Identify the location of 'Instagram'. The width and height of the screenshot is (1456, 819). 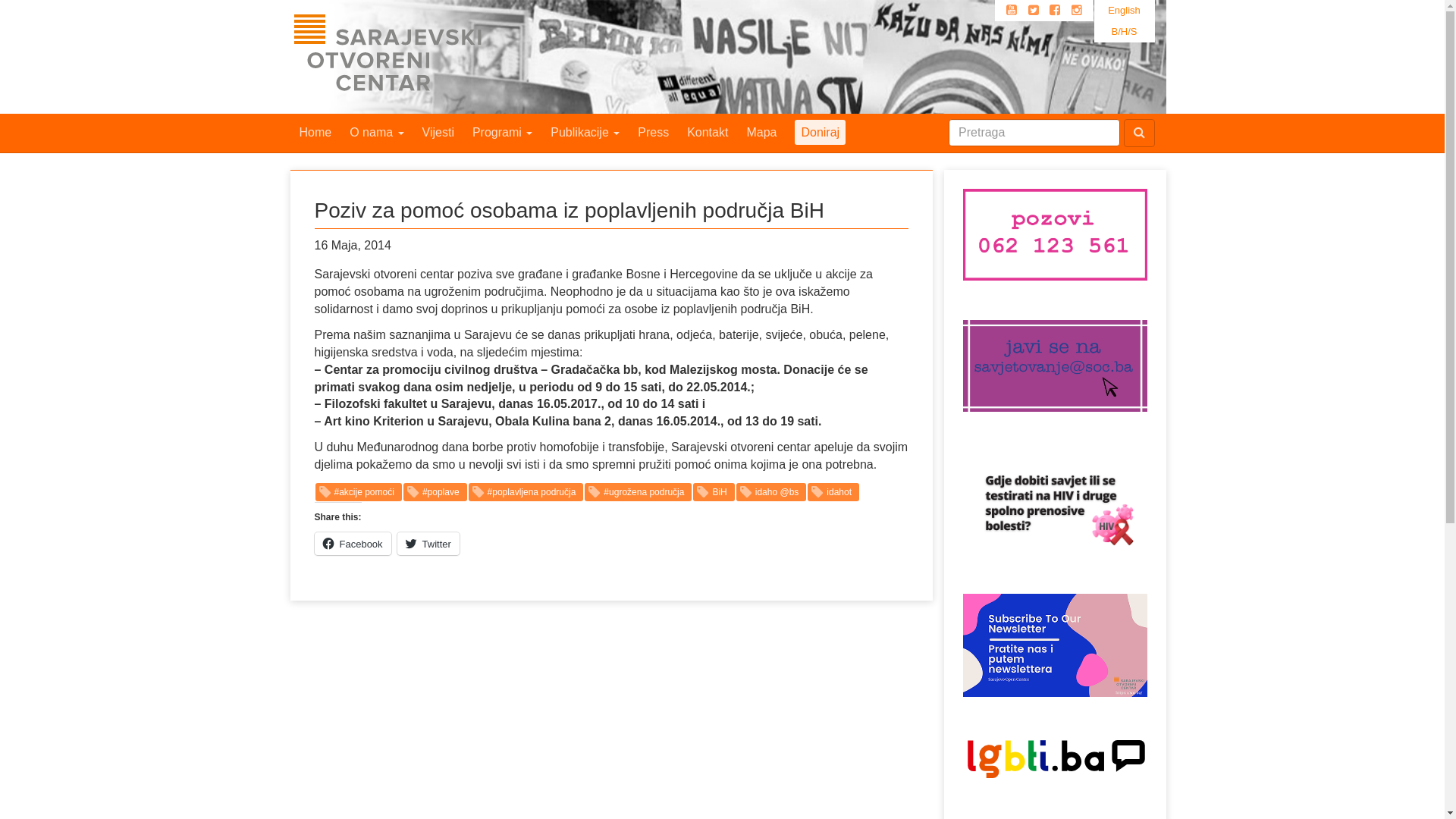
(1076, 11).